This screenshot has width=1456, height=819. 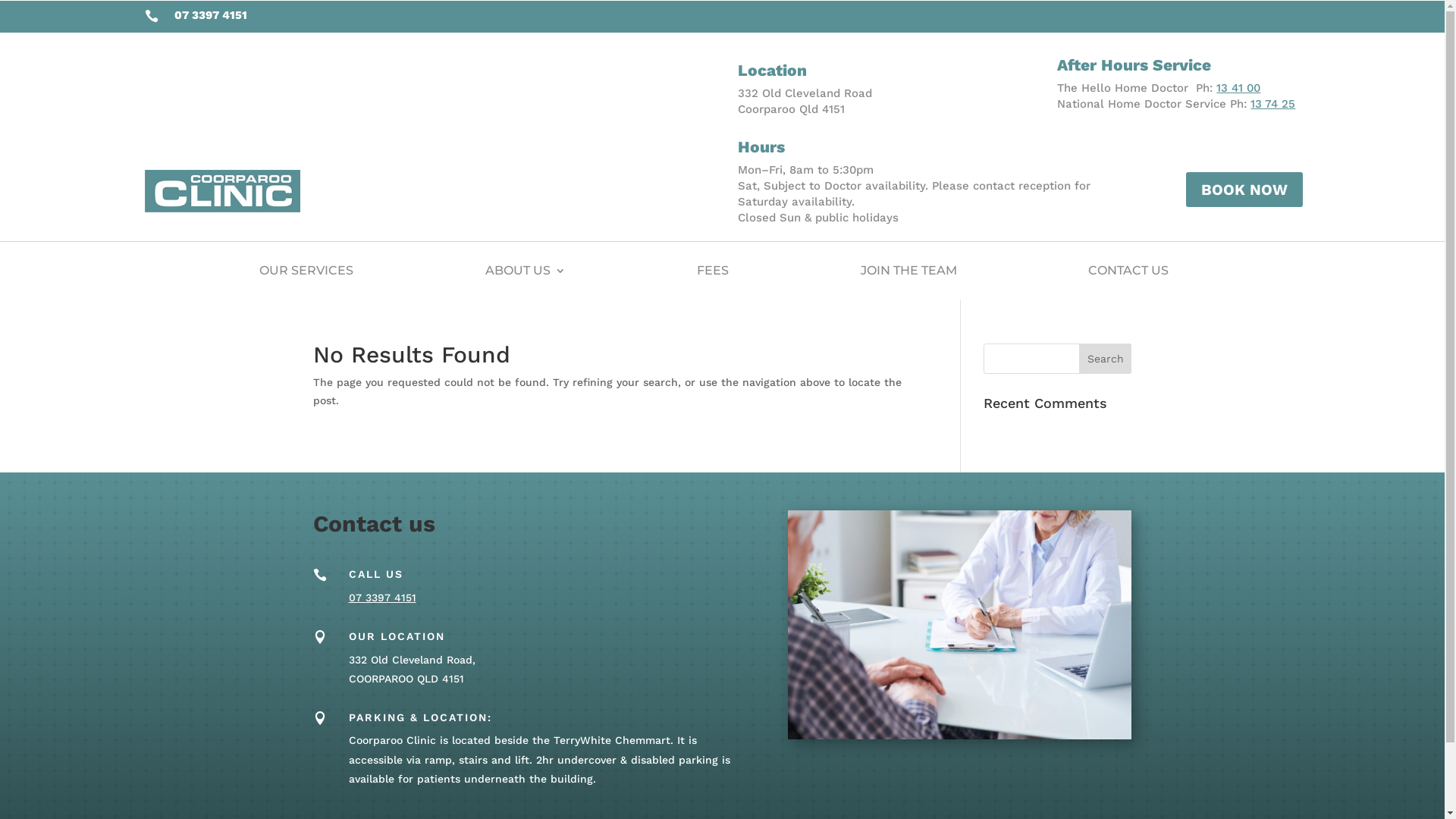 I want to click on 'OUR SERVICES', so click(x=305, y=270).